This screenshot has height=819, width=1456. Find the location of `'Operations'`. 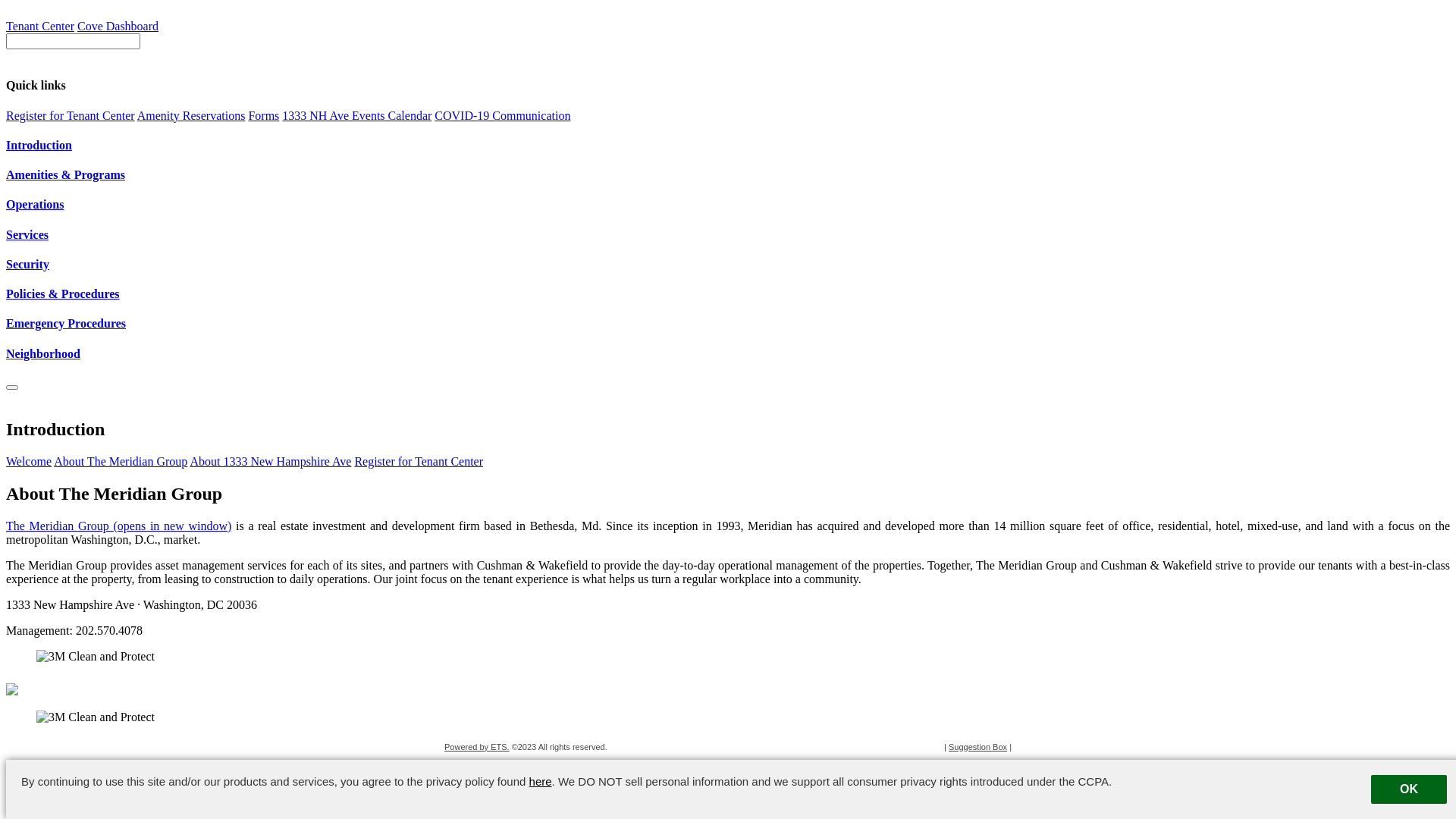

'Operations' is located at coordinates (728, 205).